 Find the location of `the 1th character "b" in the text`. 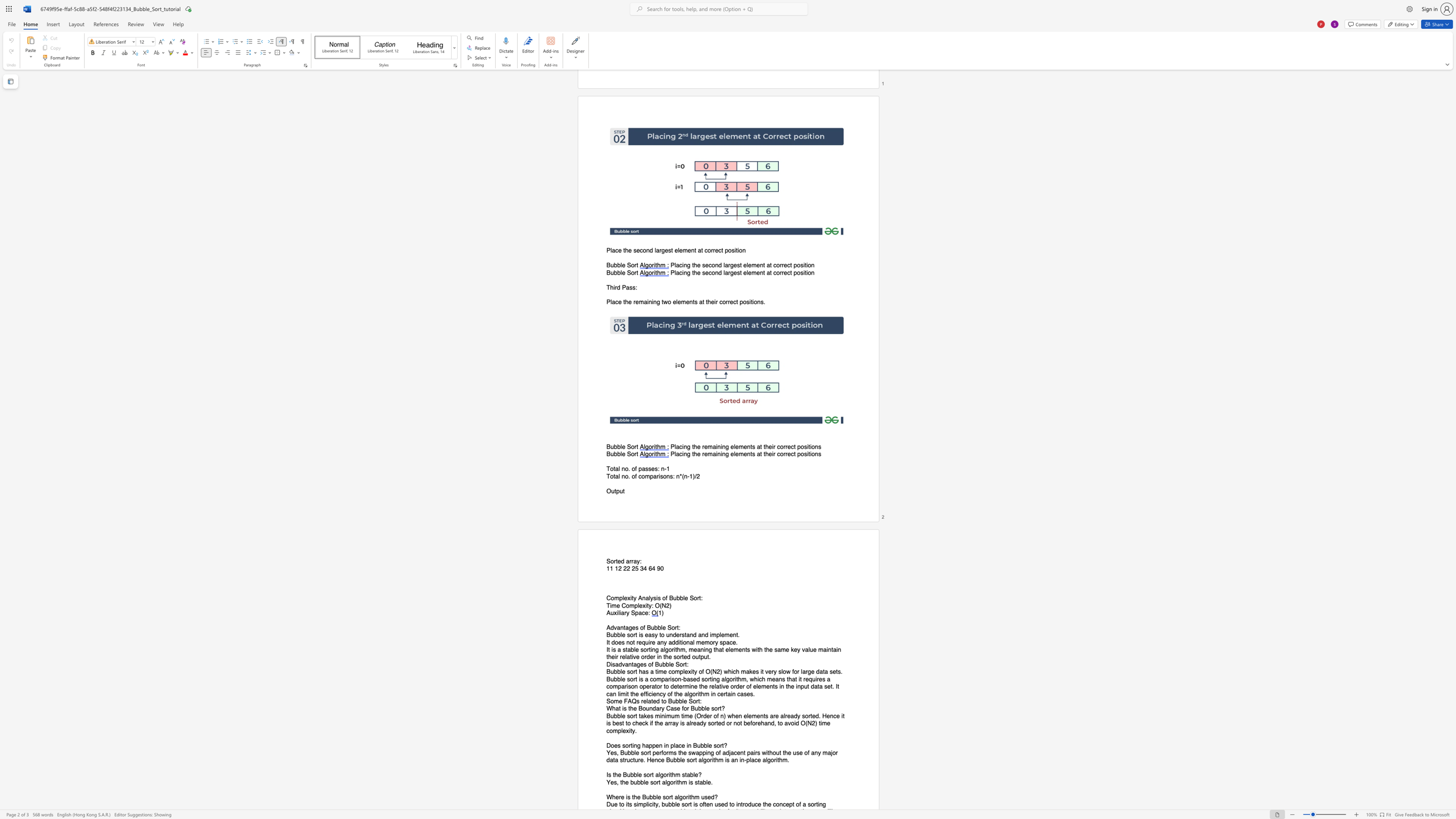

the 1th character "b" in the text is located at coordinates (663, 664).